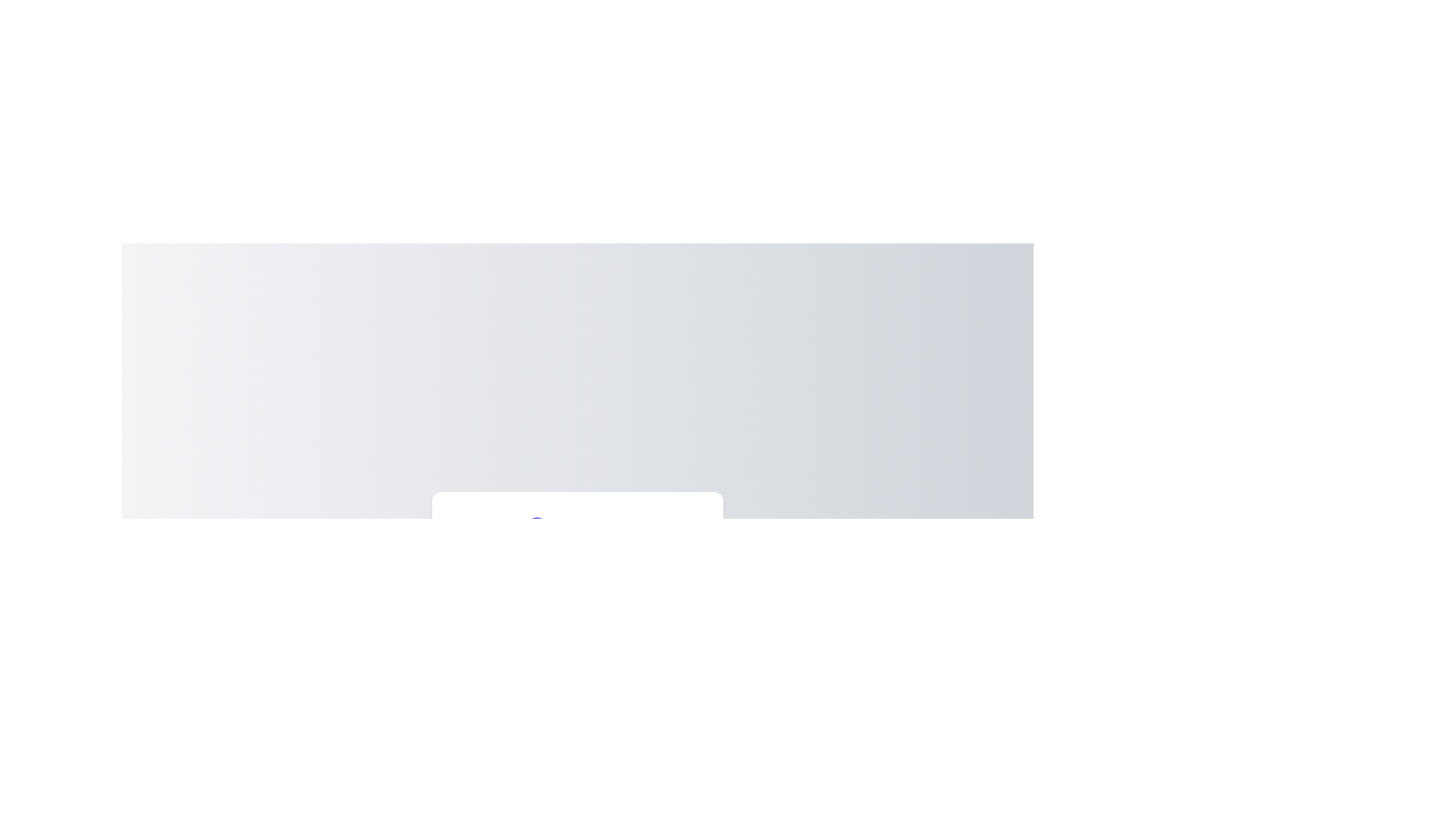  What do you see at coordinates (498, 617) in the screenshot?
I see `the slider to set the color intensity to 11` at bounding box center [498, 617].